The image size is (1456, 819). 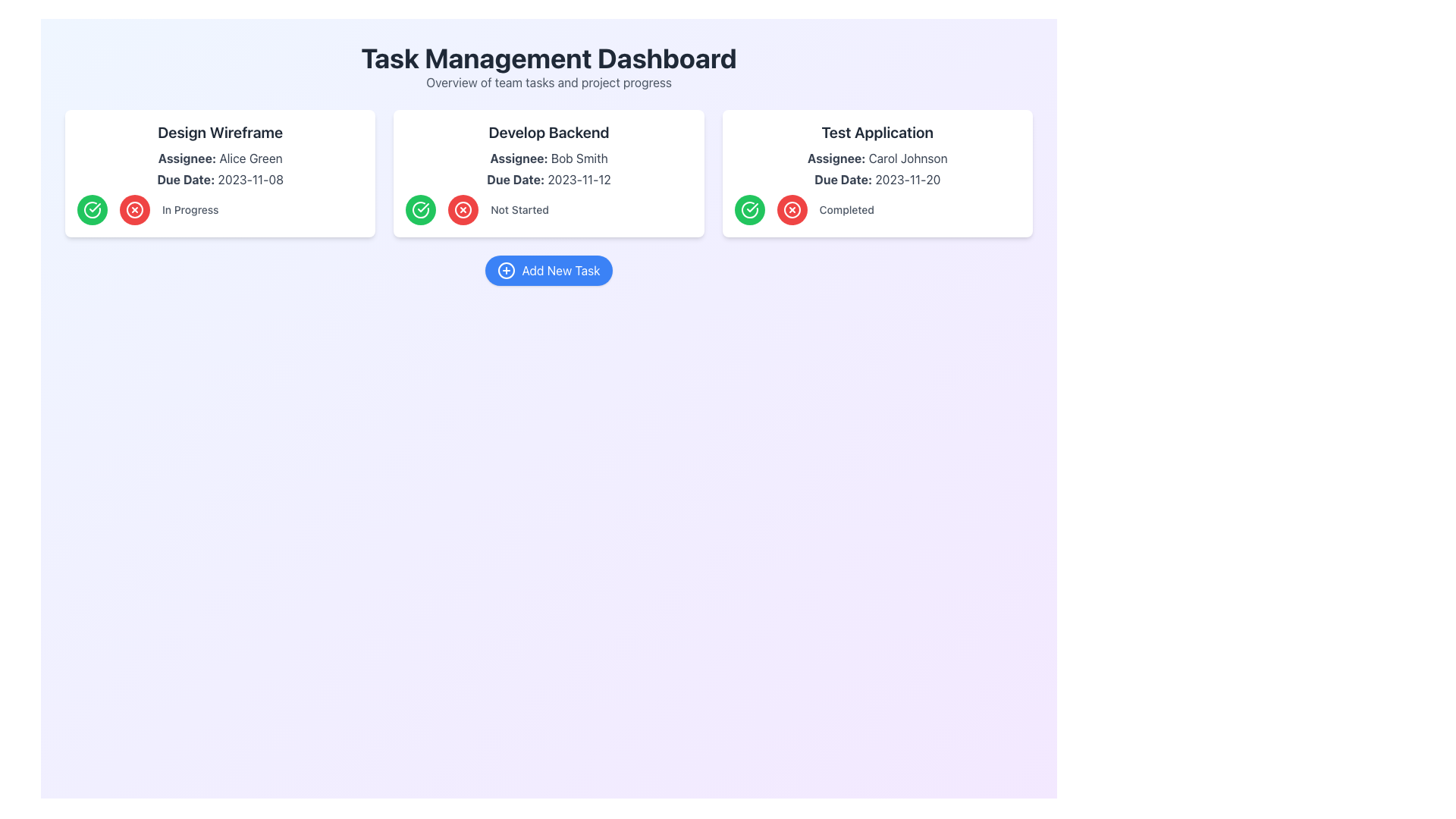 I want to click on the 'Due Date:' static text label in the 'Develop Backend' task card, which is styled with a bold font and located above the due date value, so click(x=516, y=178).